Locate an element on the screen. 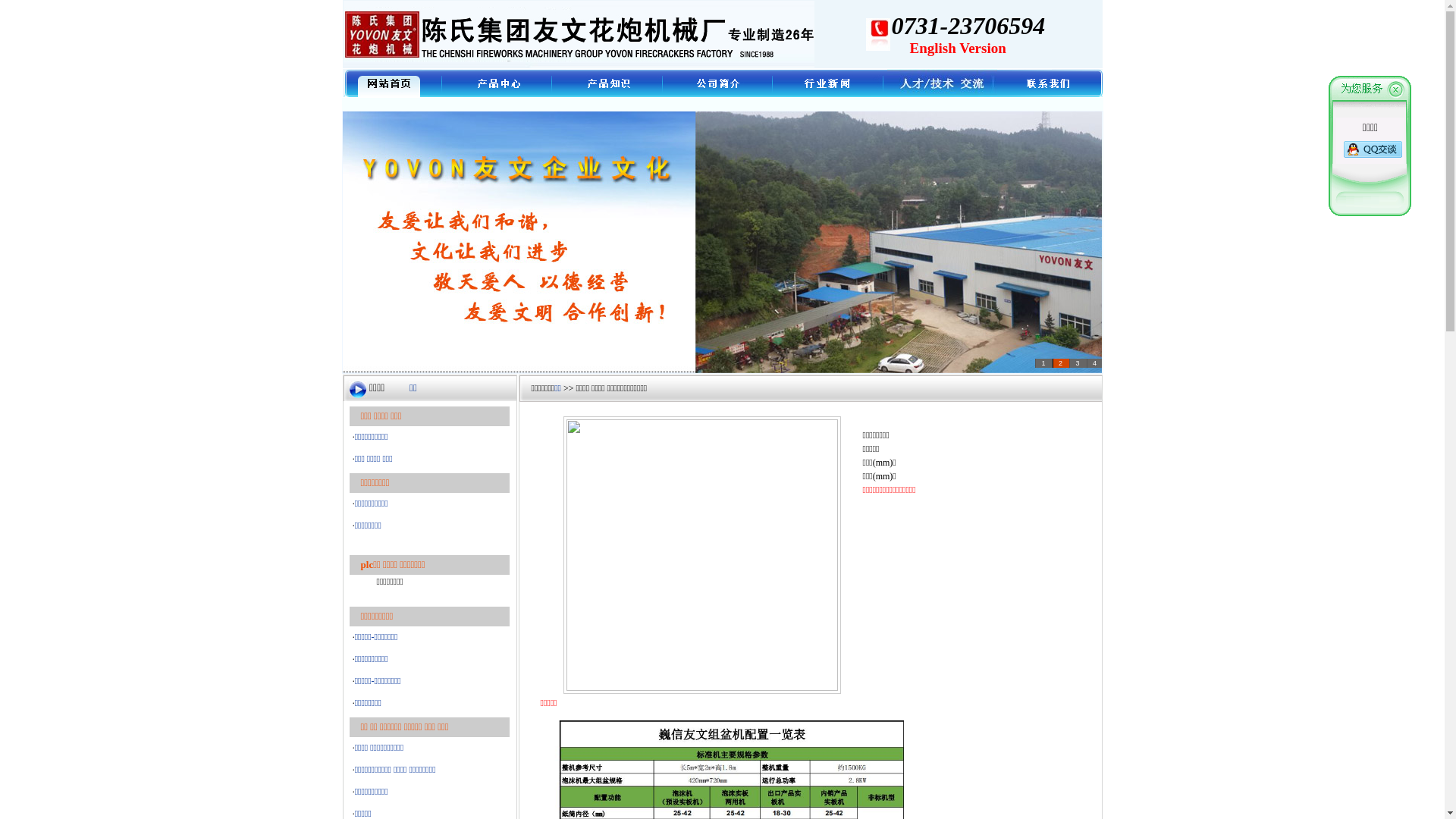 The image size is (1456, 819). 'English Version' is located at coordinates (957, 46).